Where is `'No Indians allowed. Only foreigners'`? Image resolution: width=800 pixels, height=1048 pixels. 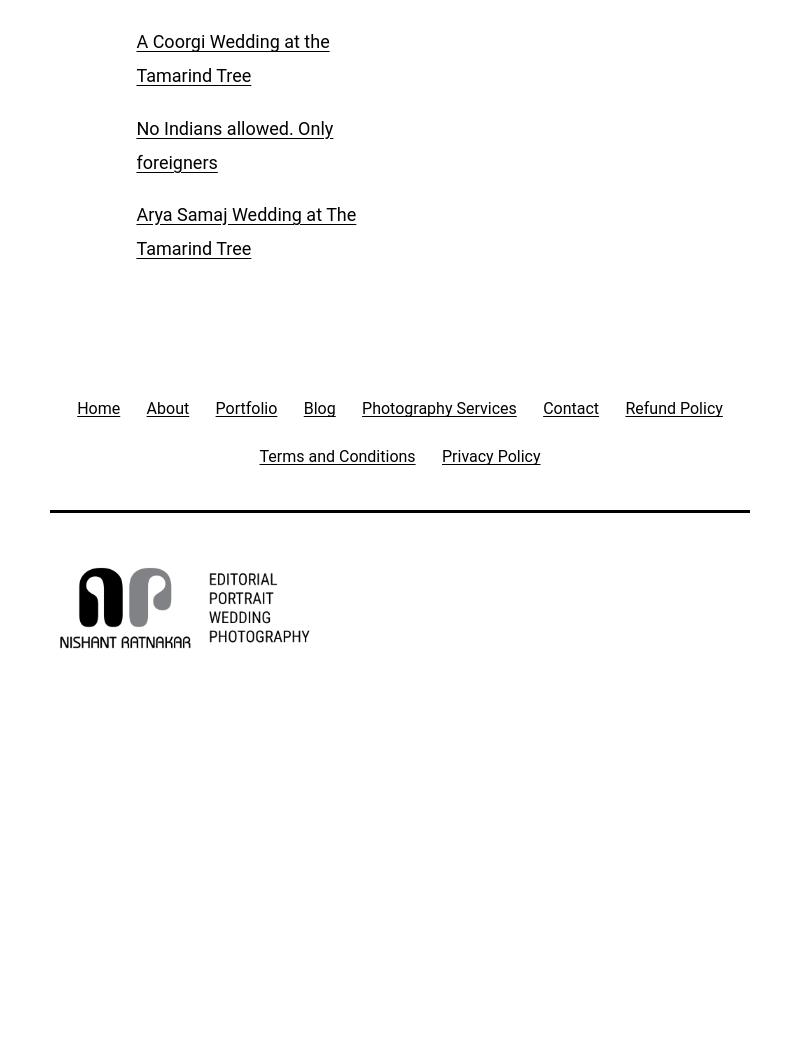
'No Indians allowed. Only foreigners' is located at coordinates (233, 144).